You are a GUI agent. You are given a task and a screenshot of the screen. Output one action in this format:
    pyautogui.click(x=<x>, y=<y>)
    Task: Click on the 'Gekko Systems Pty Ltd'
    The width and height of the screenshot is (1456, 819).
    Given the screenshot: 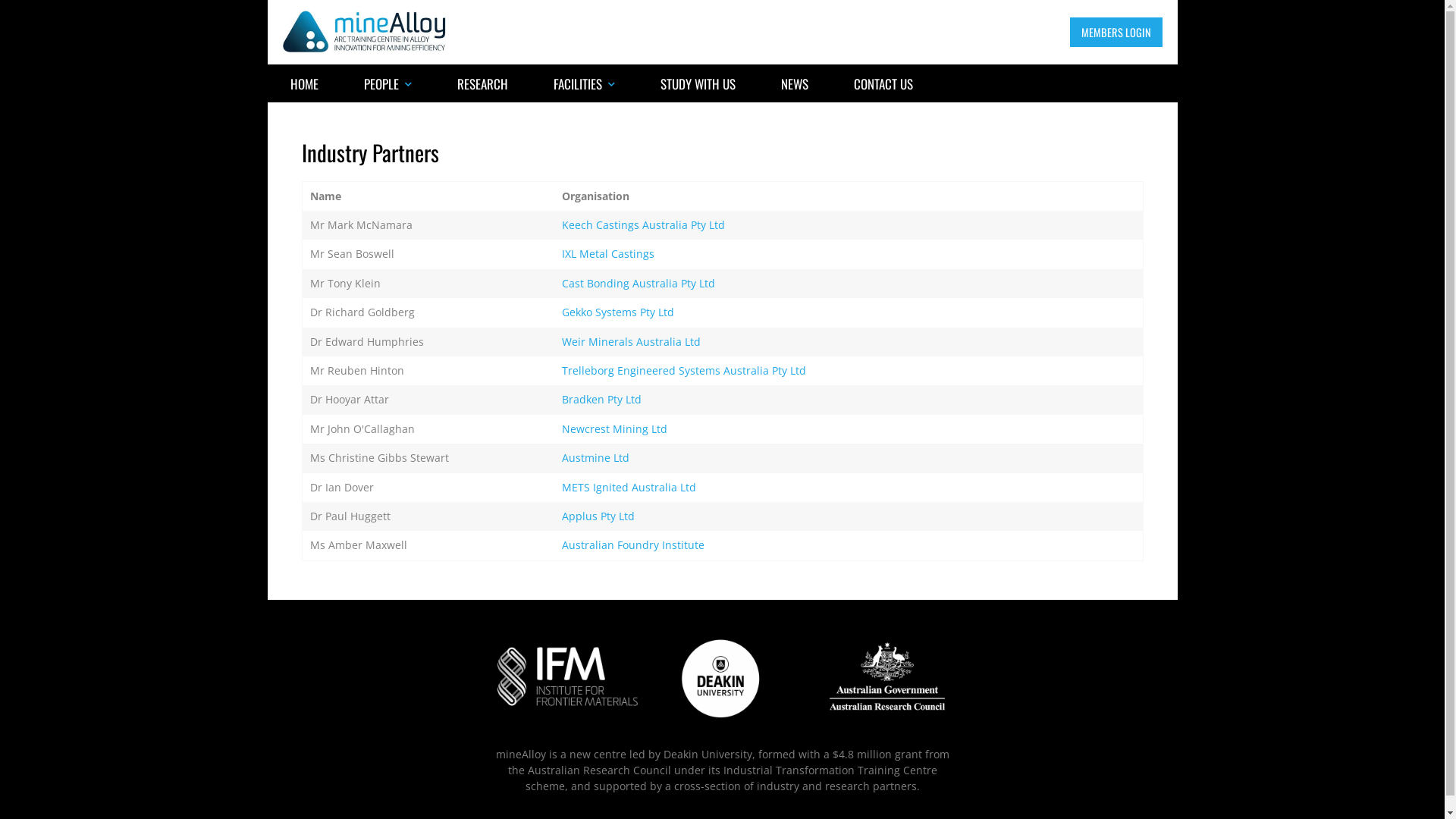 What is the action you would take?
    pyautogui.click(x=618, y=311)
    